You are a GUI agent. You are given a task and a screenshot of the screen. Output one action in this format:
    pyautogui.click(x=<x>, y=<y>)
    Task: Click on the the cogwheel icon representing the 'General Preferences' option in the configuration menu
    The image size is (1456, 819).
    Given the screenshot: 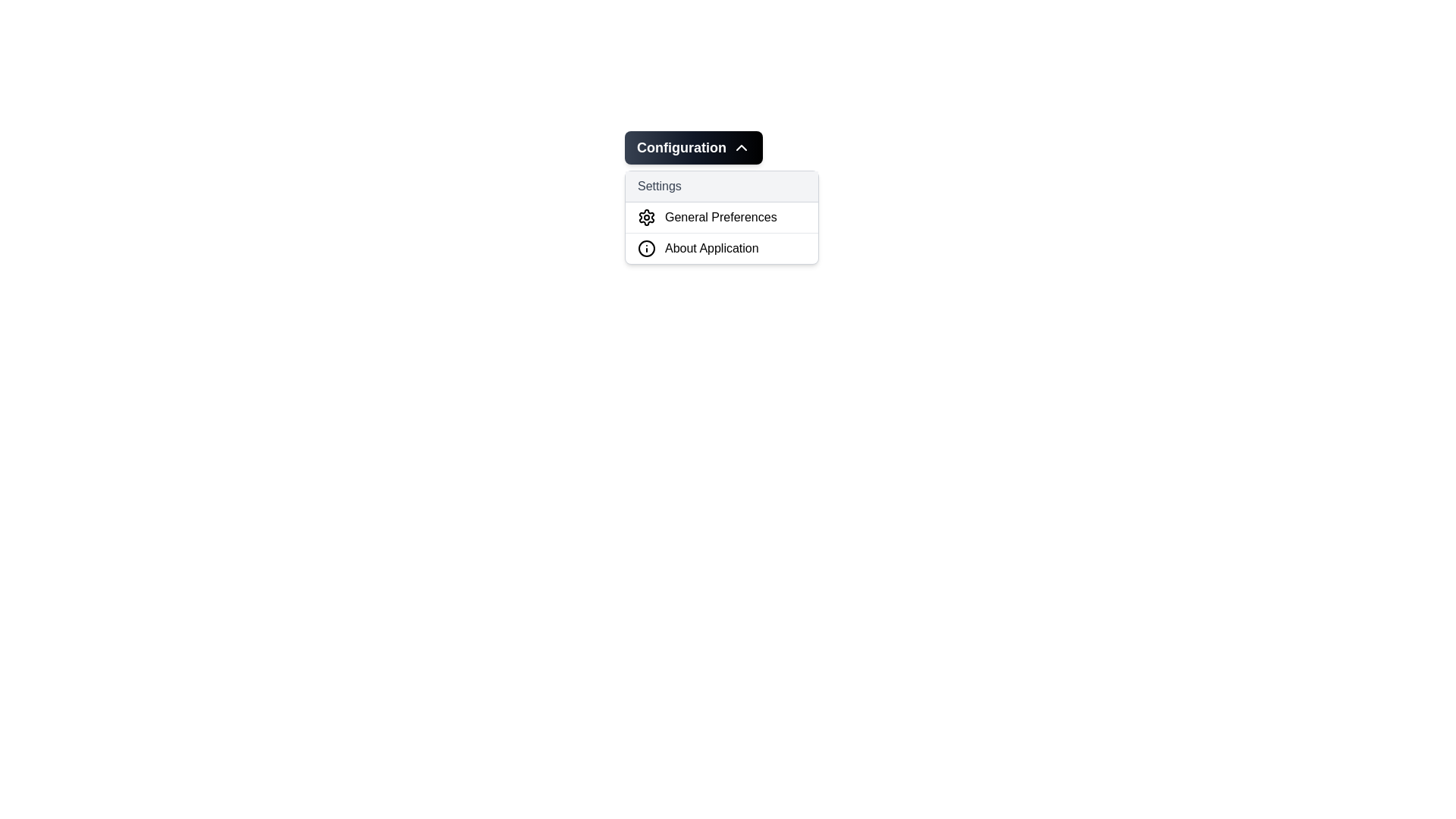 What is the action you would take?
    pyautogui.click(x=647, y=217)
    